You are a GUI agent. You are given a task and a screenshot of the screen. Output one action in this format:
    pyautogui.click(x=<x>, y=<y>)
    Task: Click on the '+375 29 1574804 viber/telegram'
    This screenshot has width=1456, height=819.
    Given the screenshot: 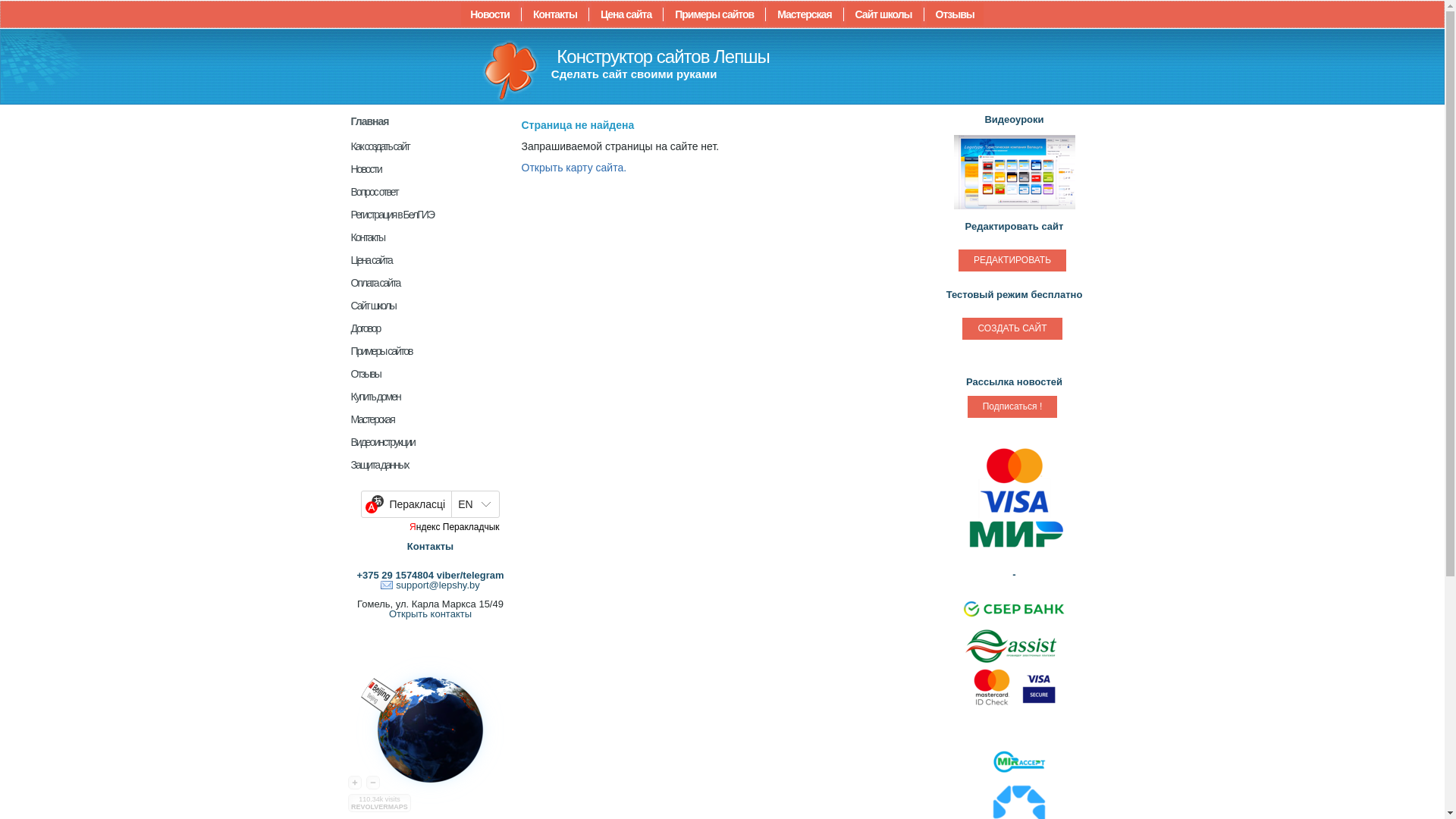 What is the action you would take?
    pyautogui.click(x=428, y=575)
    